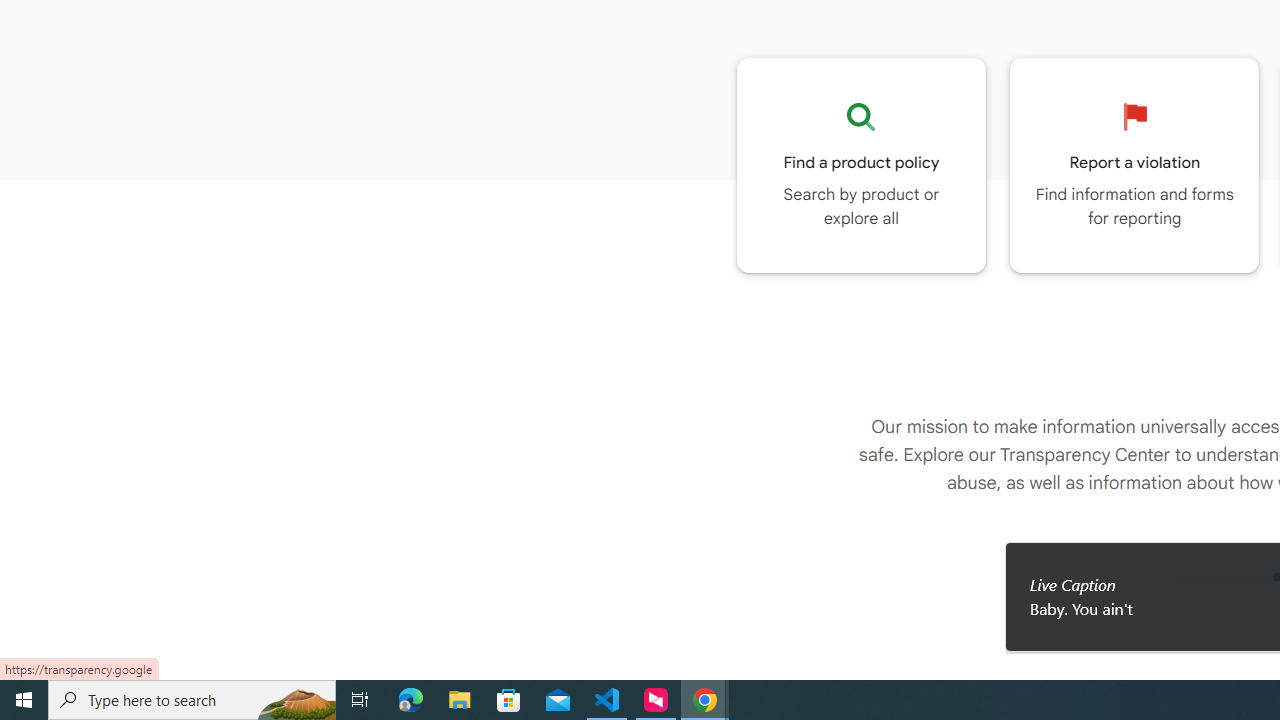  Describe the element at coordinates (861, 164) in the screenshot. I see `'Go to the Product policy page'` at that location.